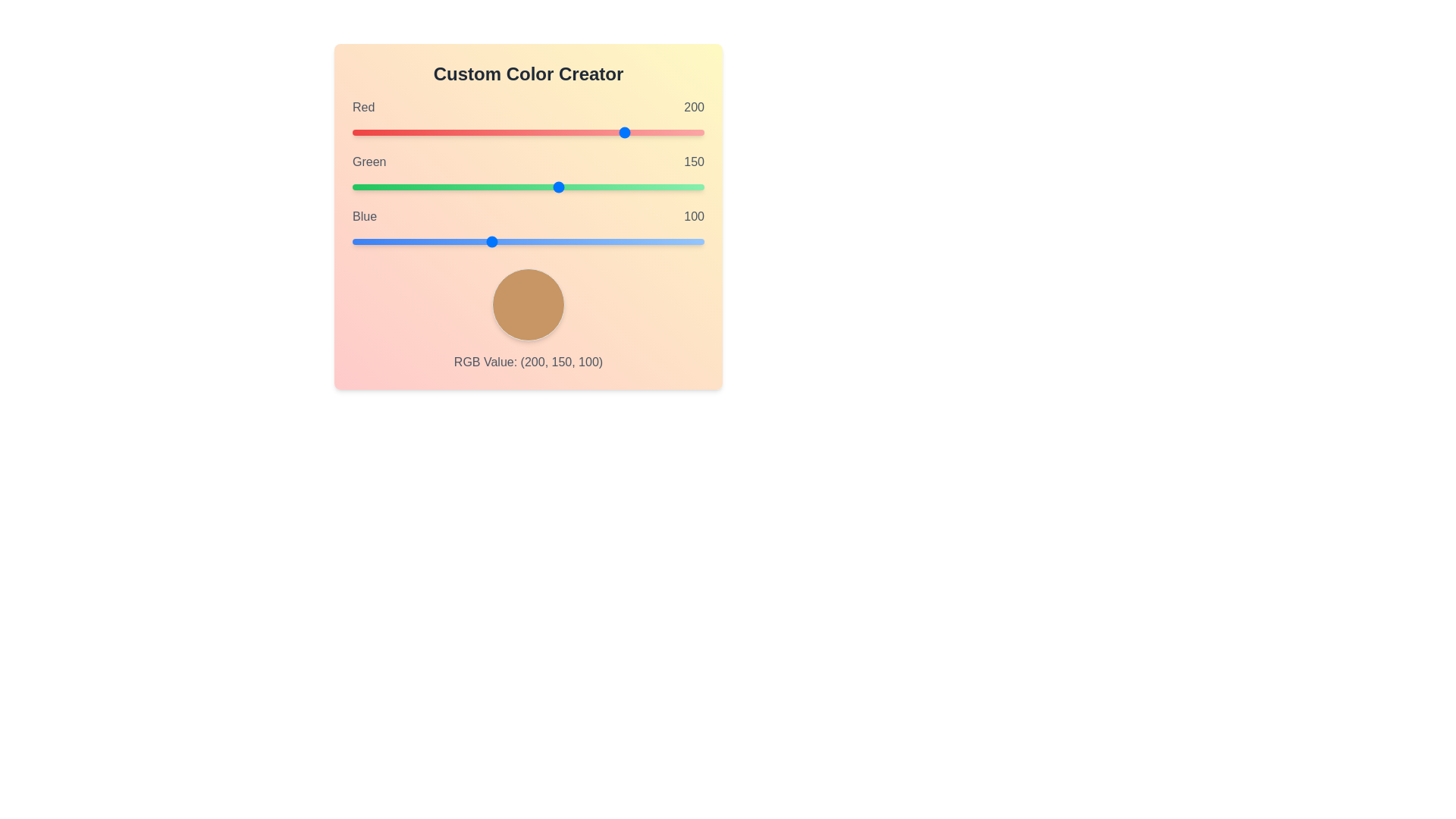  Describe the element at coordinates (498, 131) in the screenshot. I see `the red slider to set the red value to 106` at that location.